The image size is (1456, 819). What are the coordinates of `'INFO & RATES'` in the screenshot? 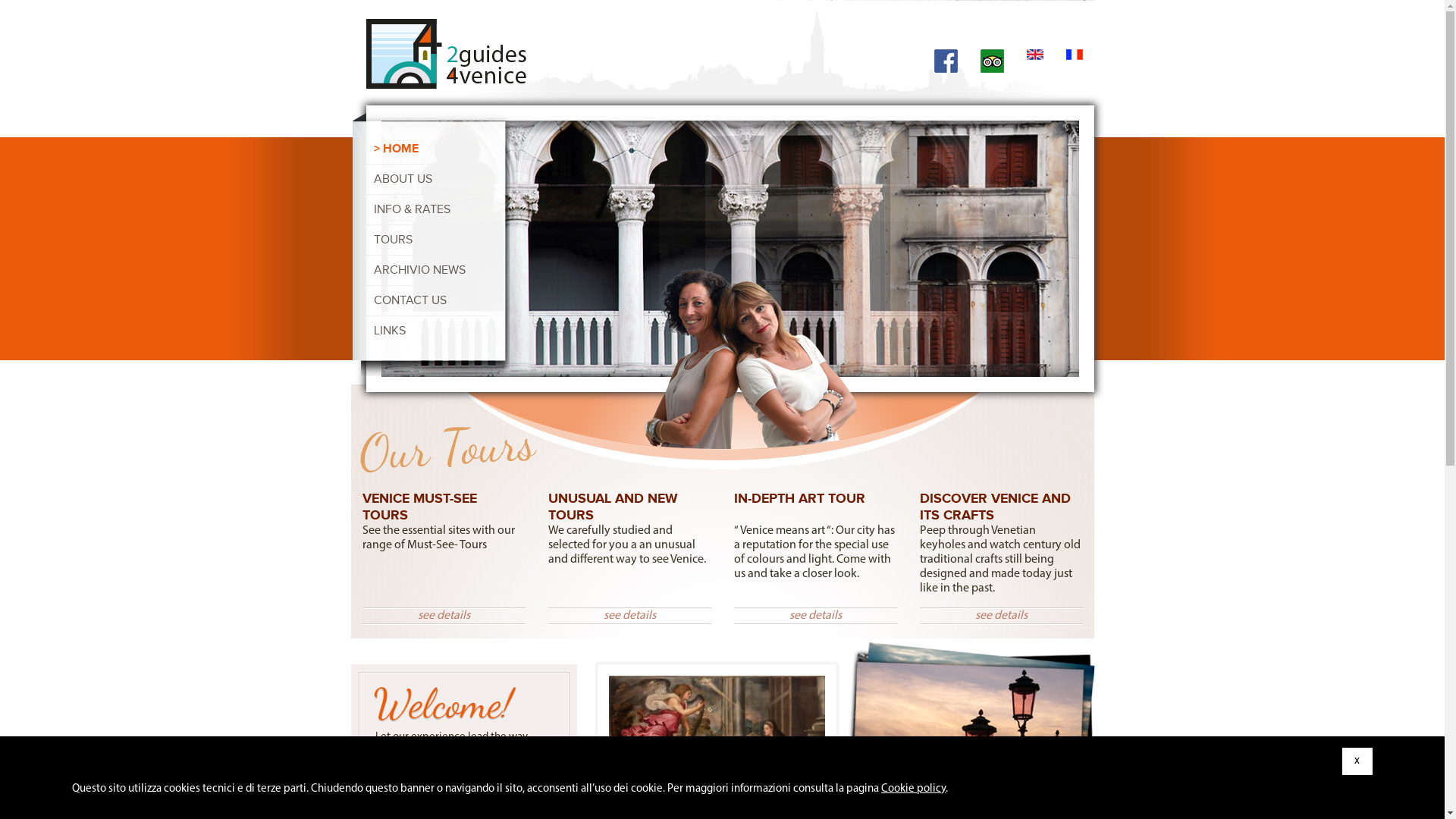 It's located at (372, 209).